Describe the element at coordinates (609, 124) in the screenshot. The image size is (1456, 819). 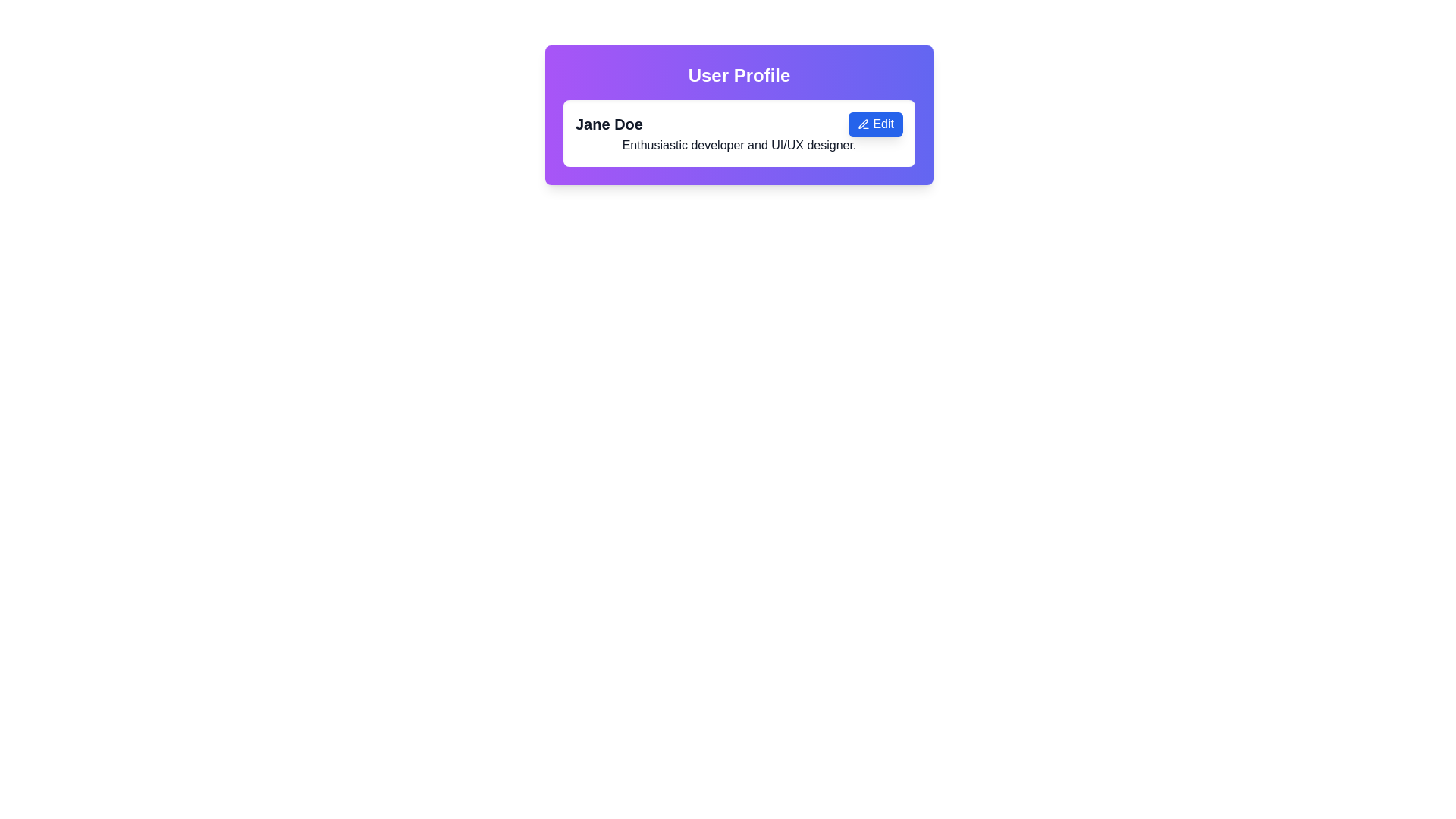
I see `the Text label displaying the user's name located at the top-left corner of a white card within a purple gradient box, which is positioned above a descriptive subtitle and to the left of an 'Edit' button` at that location.